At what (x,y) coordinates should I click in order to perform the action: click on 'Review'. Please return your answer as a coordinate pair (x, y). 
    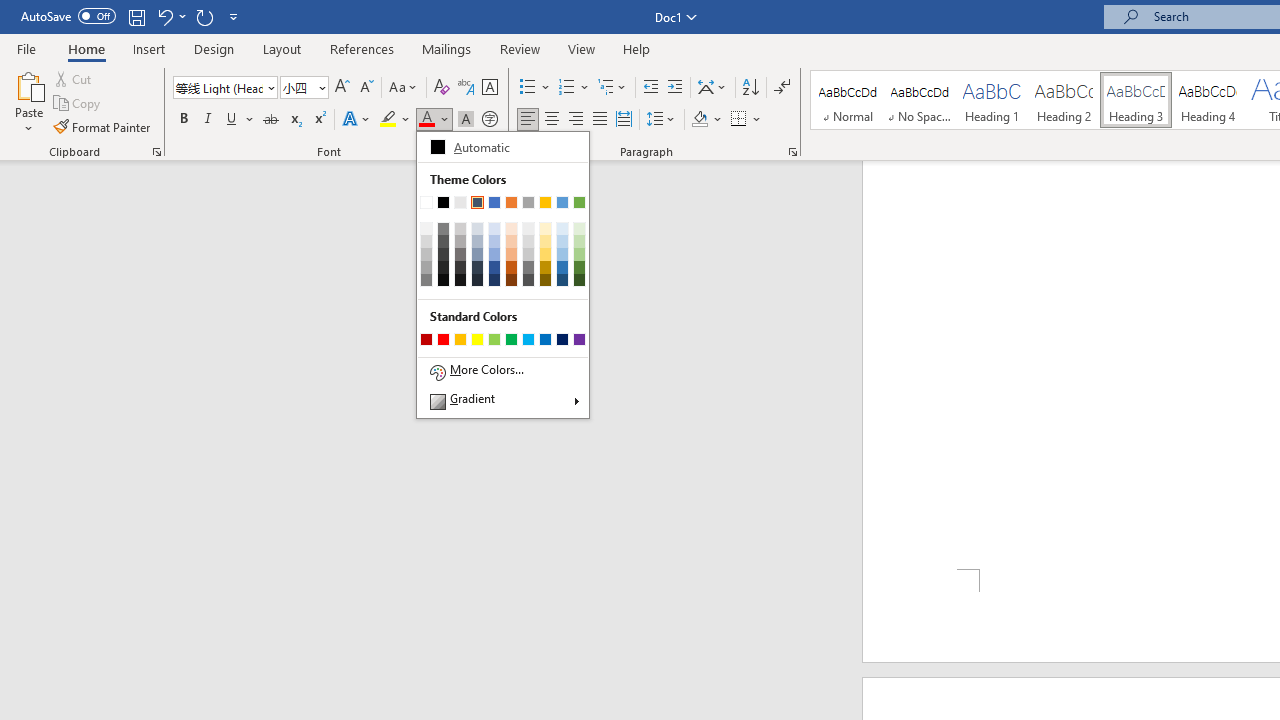
    Looking at the image, I should click on (520, 48).